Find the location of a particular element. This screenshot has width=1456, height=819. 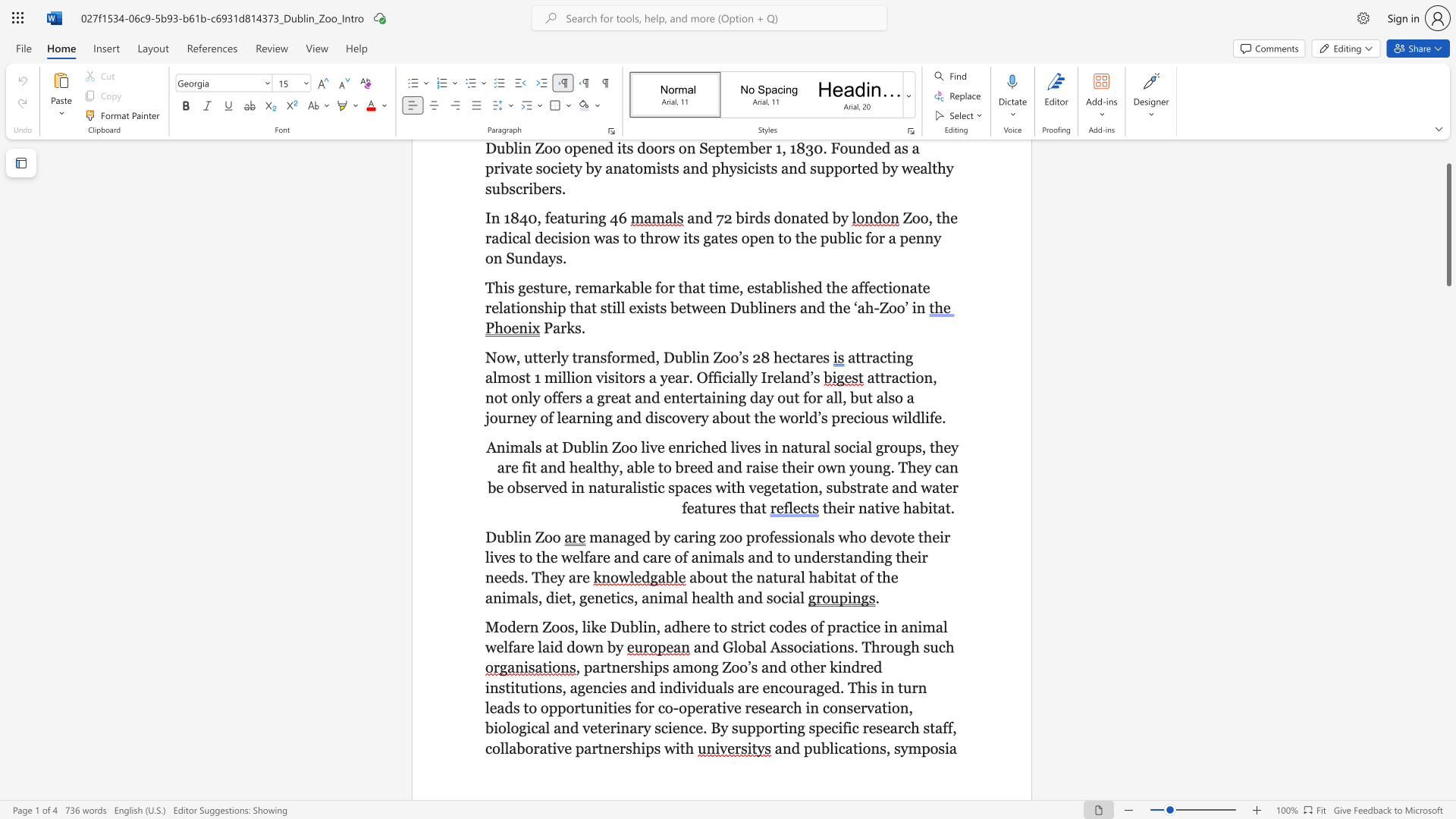

the subset text ", featuring" within the text "In 1840, featuring 46" is located at coordinates (537, 218).